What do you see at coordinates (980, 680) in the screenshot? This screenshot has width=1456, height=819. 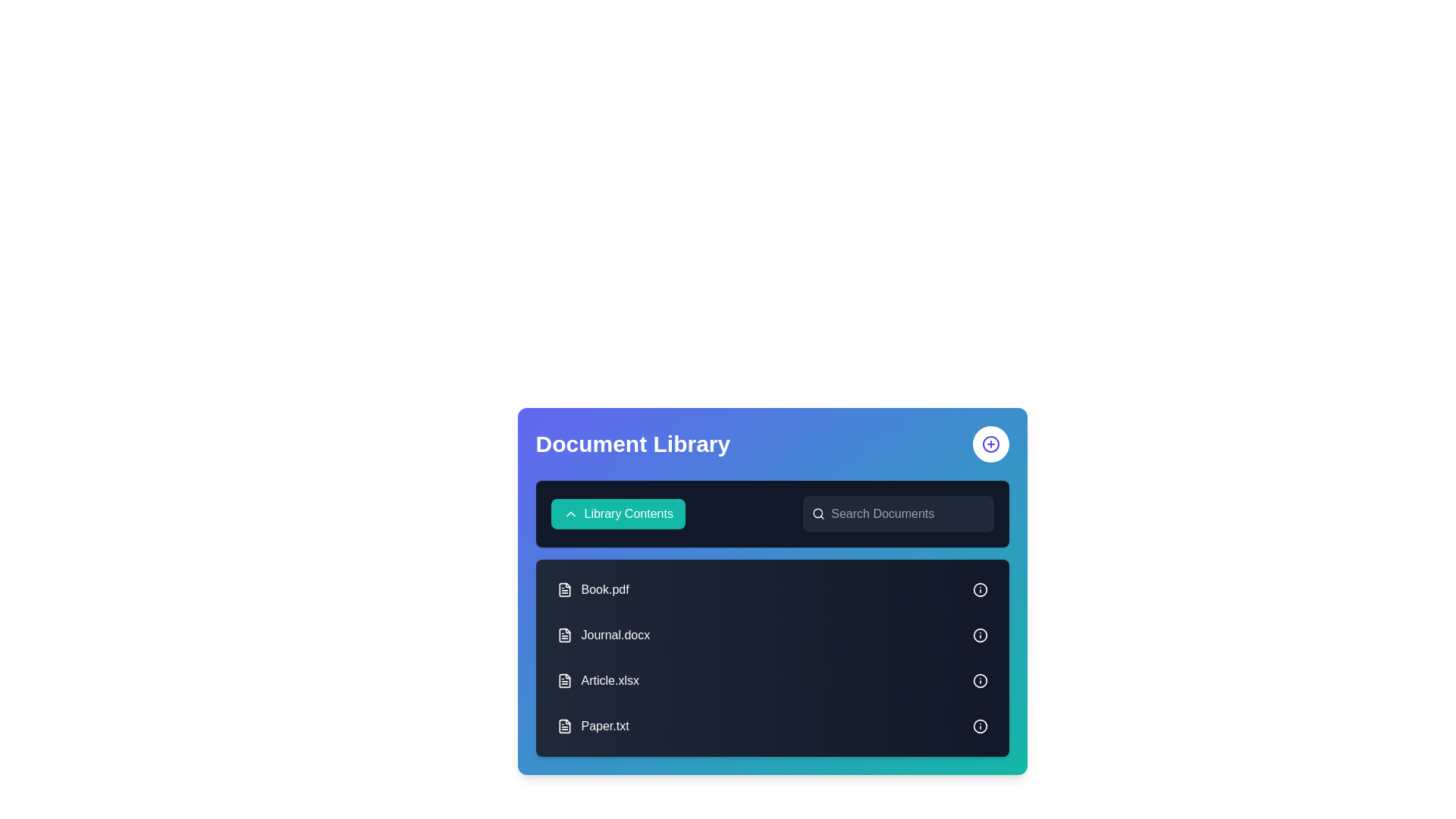 I see `the informational or action-trigger icon located to the far right of the row containing 'Article.xlsx'` at bounding box center [980, 680].